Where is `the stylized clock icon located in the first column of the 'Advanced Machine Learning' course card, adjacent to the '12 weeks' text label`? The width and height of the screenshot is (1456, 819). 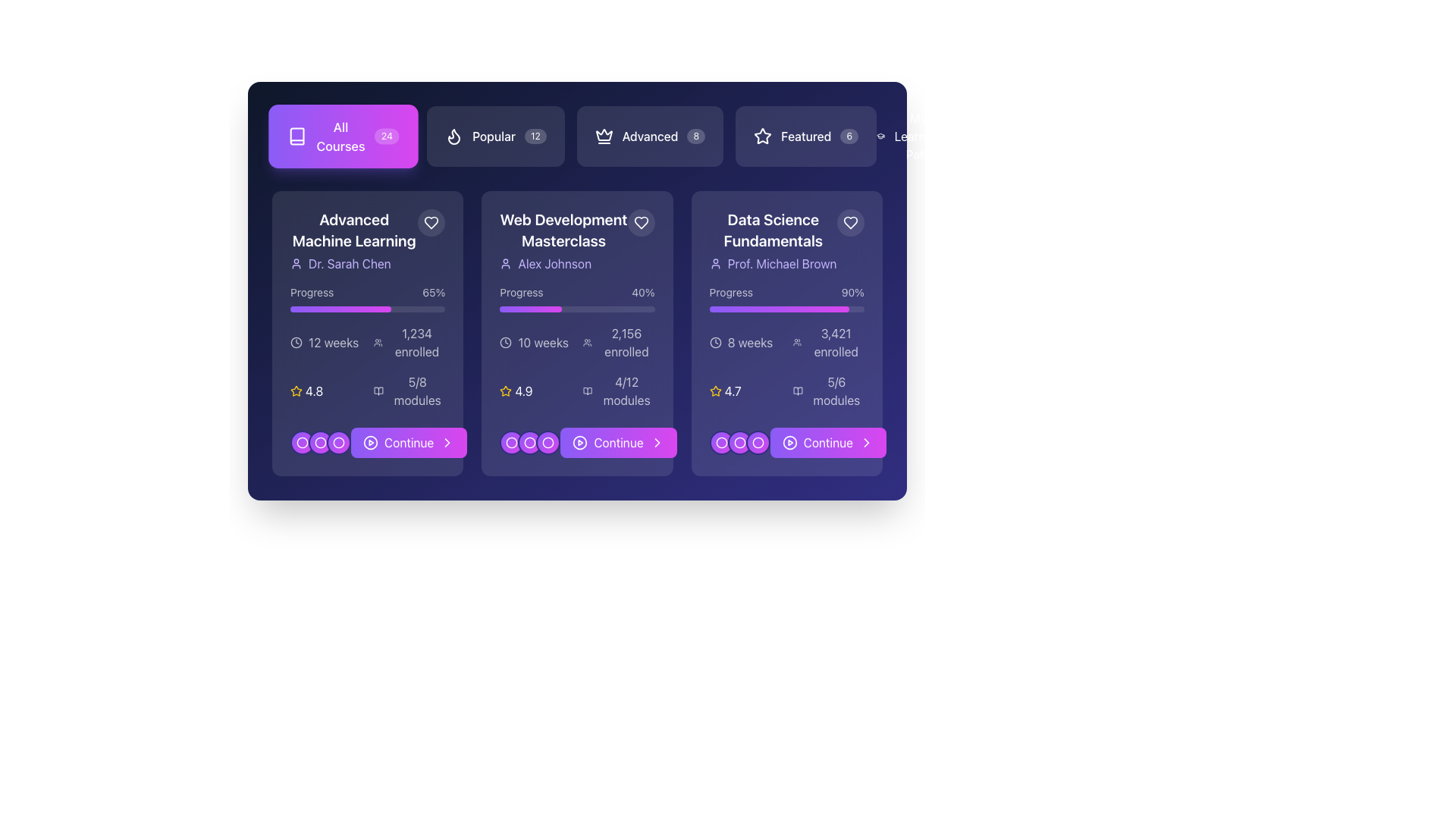
the stylized clock icon located in the first column of the 'Advanced Machine Learning' course card, adjacent to the '12 weeks' text label is located at coordinates (296, 342).